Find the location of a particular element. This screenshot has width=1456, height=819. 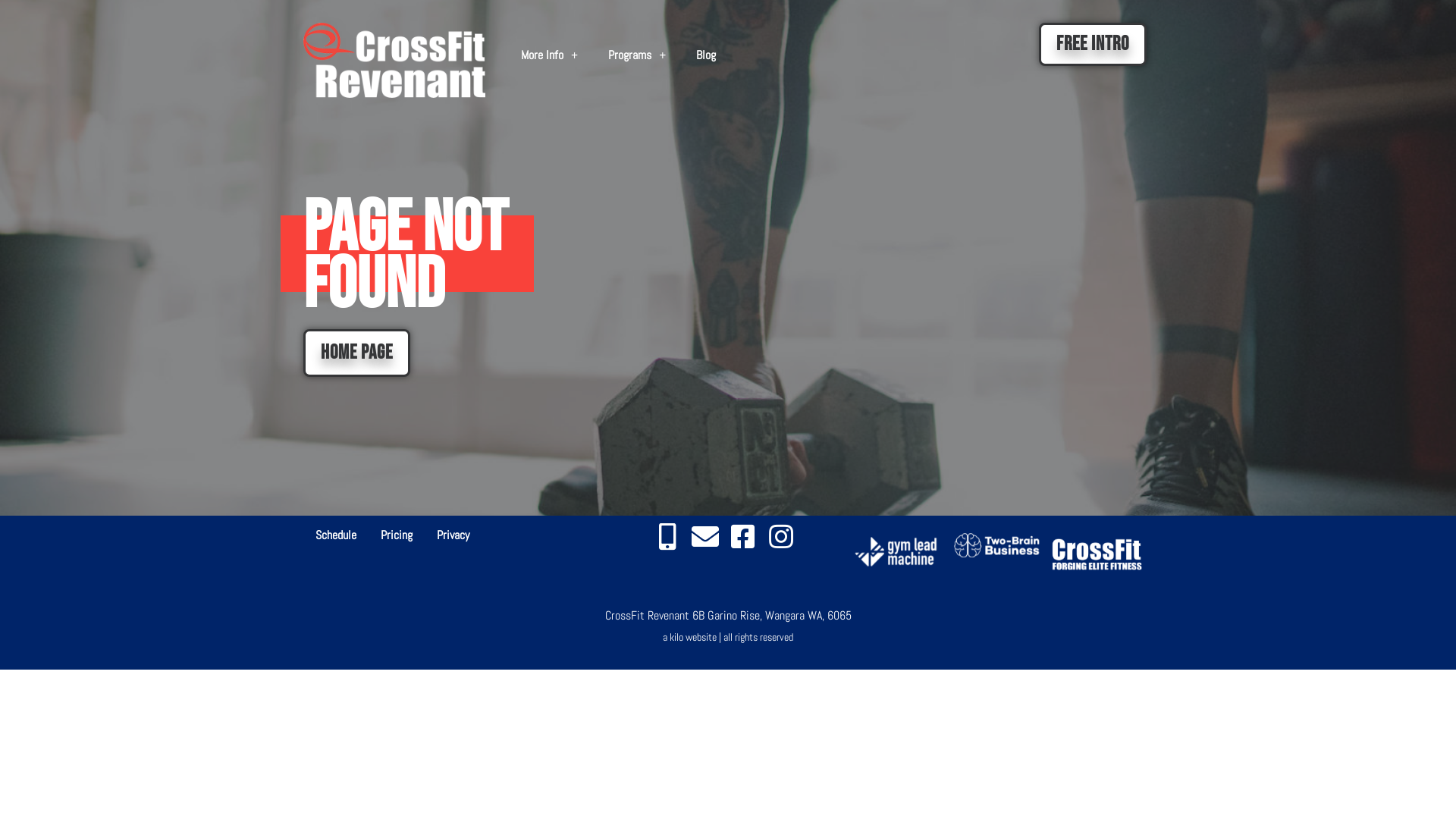

'Schedule' is located at coordinates (334, 534).